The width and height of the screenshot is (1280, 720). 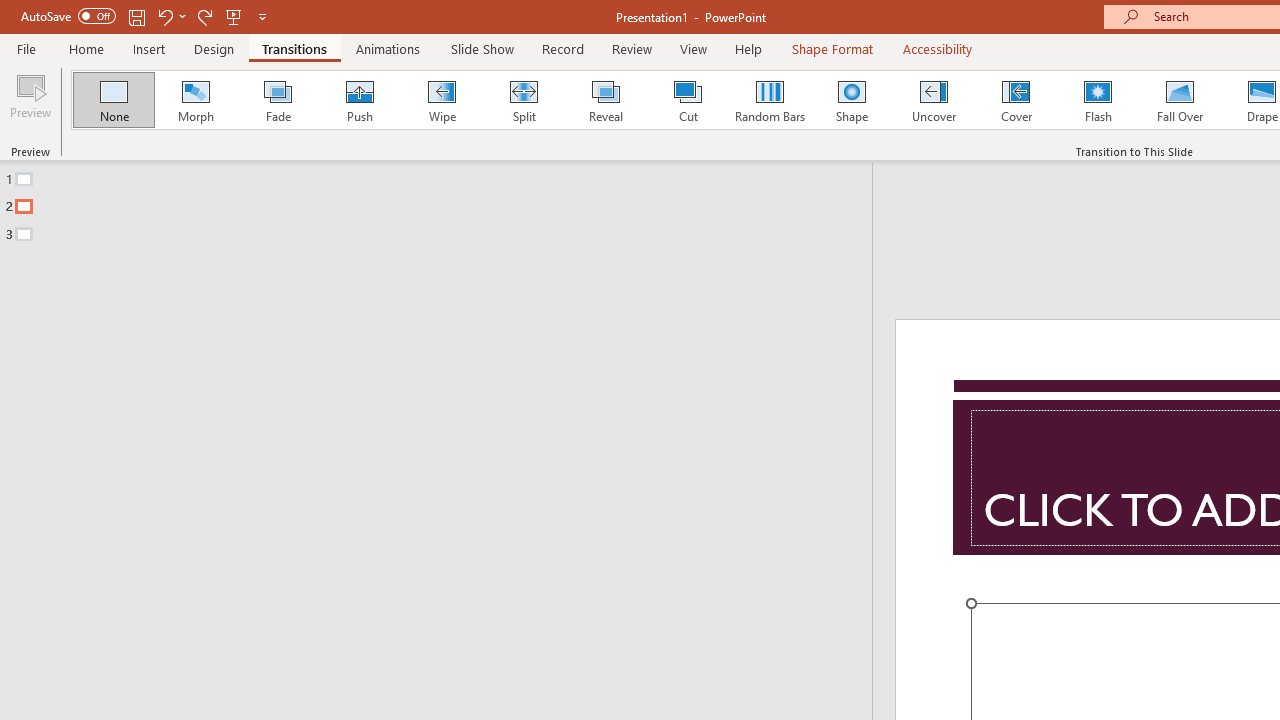 I want to click on 'Morph', so click(x=195, y=100).